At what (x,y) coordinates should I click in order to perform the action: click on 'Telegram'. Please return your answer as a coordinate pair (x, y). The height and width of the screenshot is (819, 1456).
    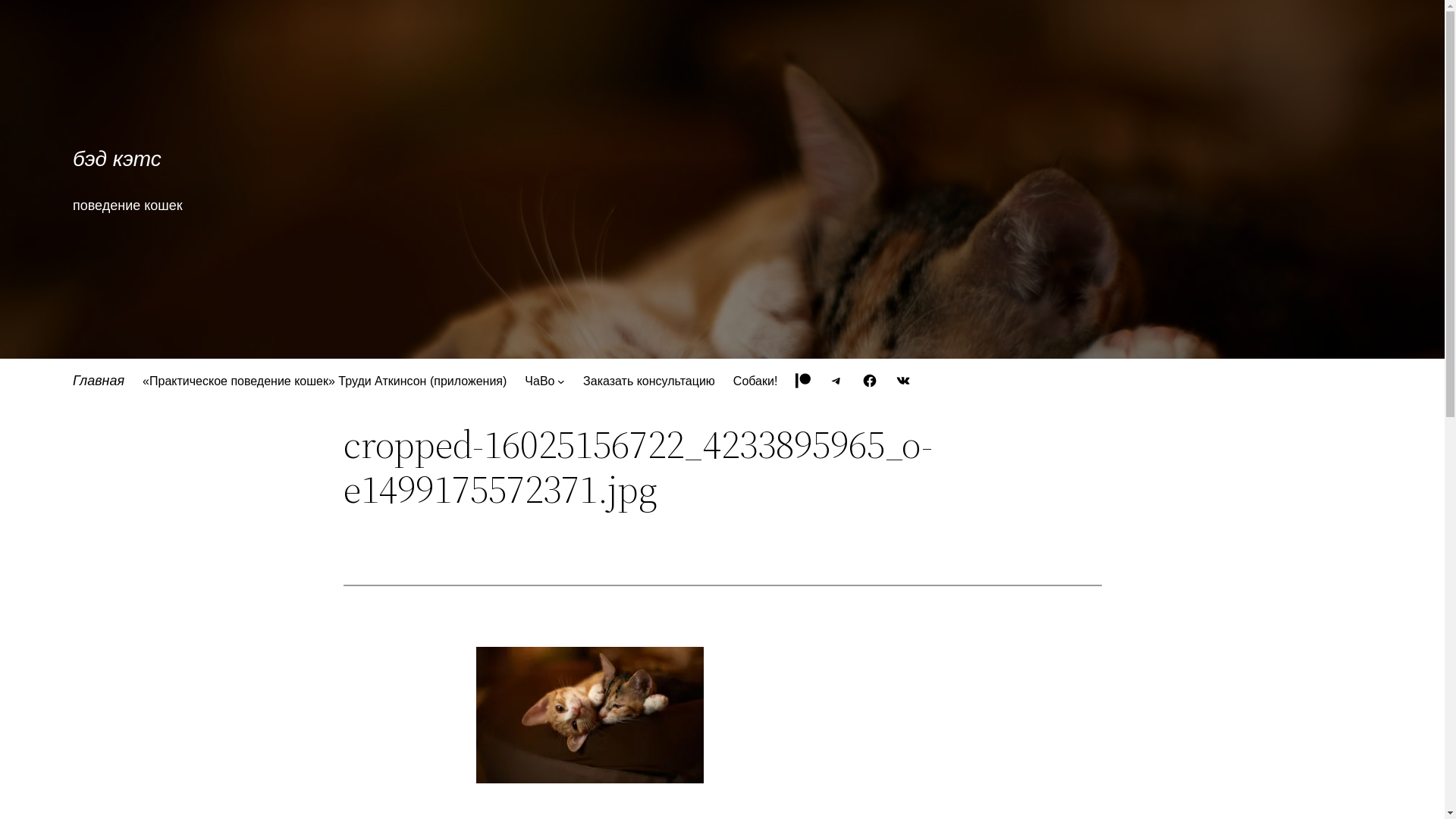
    Looking at the image, I should click on (836, 379).